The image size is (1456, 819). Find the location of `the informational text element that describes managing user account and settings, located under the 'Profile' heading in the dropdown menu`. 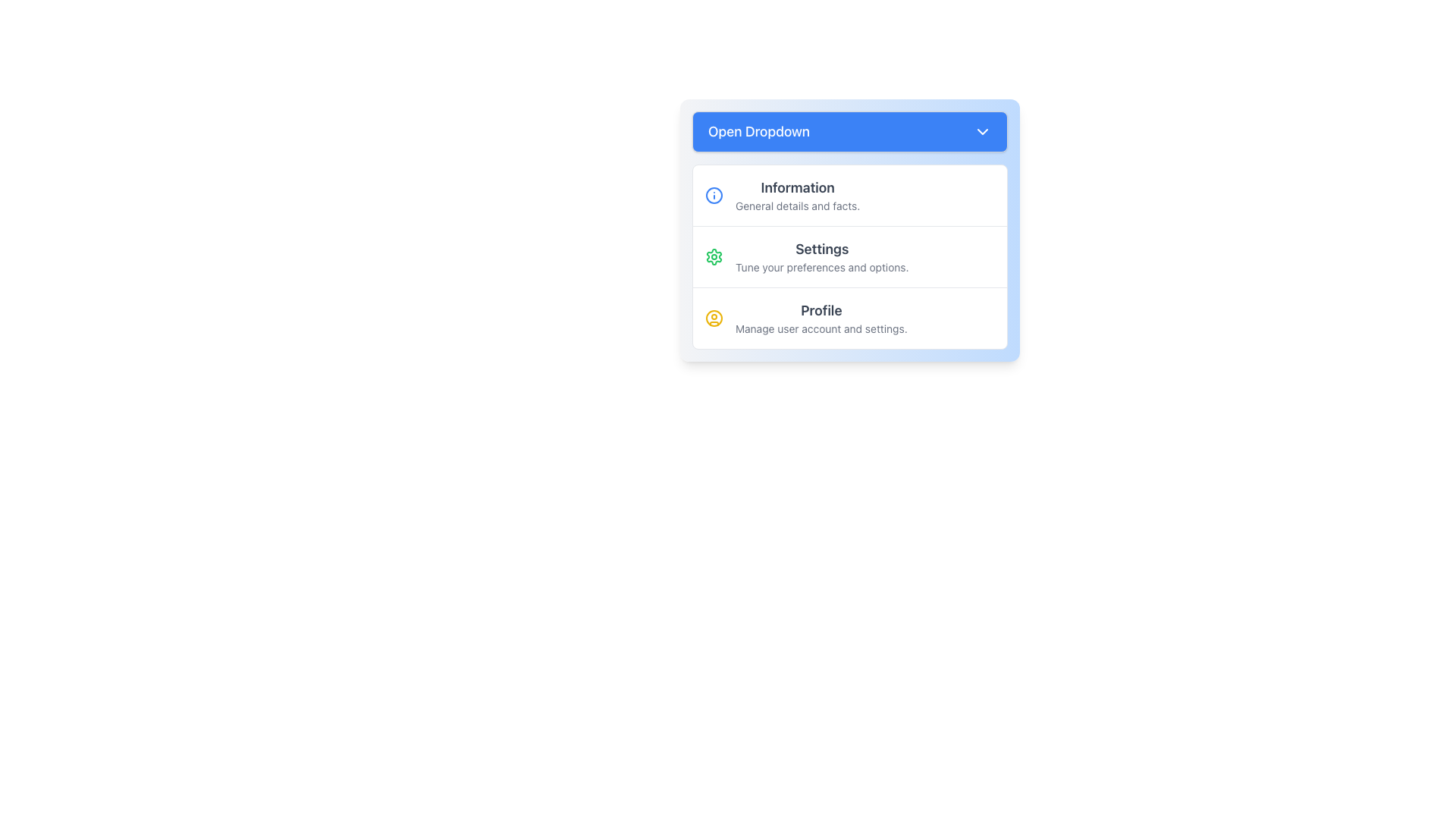

the informational text element that describes managing user account and settings, located under the 'Profile' heading in the dropdown menu is located at coordinates (821, 328).